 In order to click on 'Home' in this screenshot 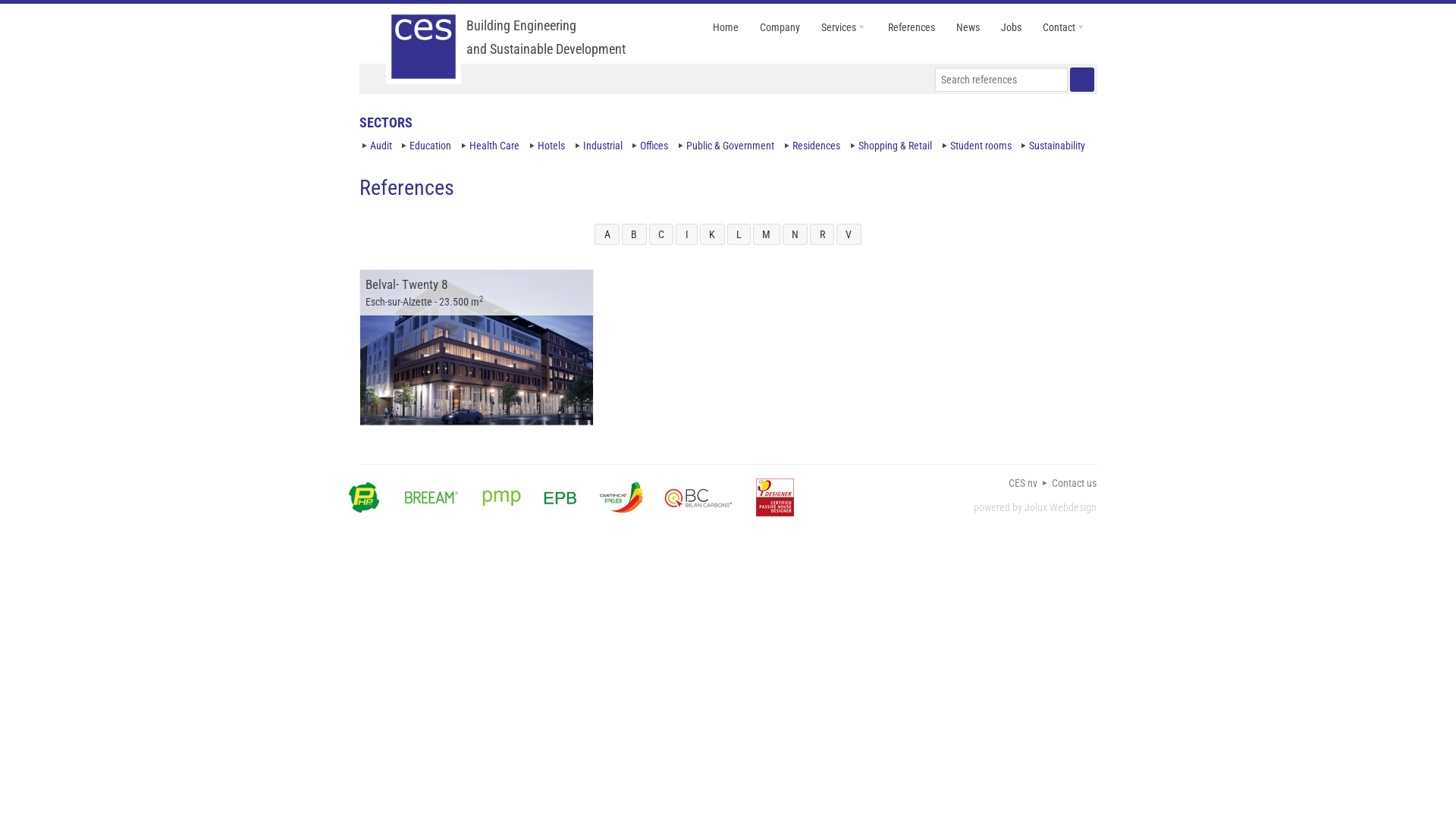, I will do `click(701, 27)`.